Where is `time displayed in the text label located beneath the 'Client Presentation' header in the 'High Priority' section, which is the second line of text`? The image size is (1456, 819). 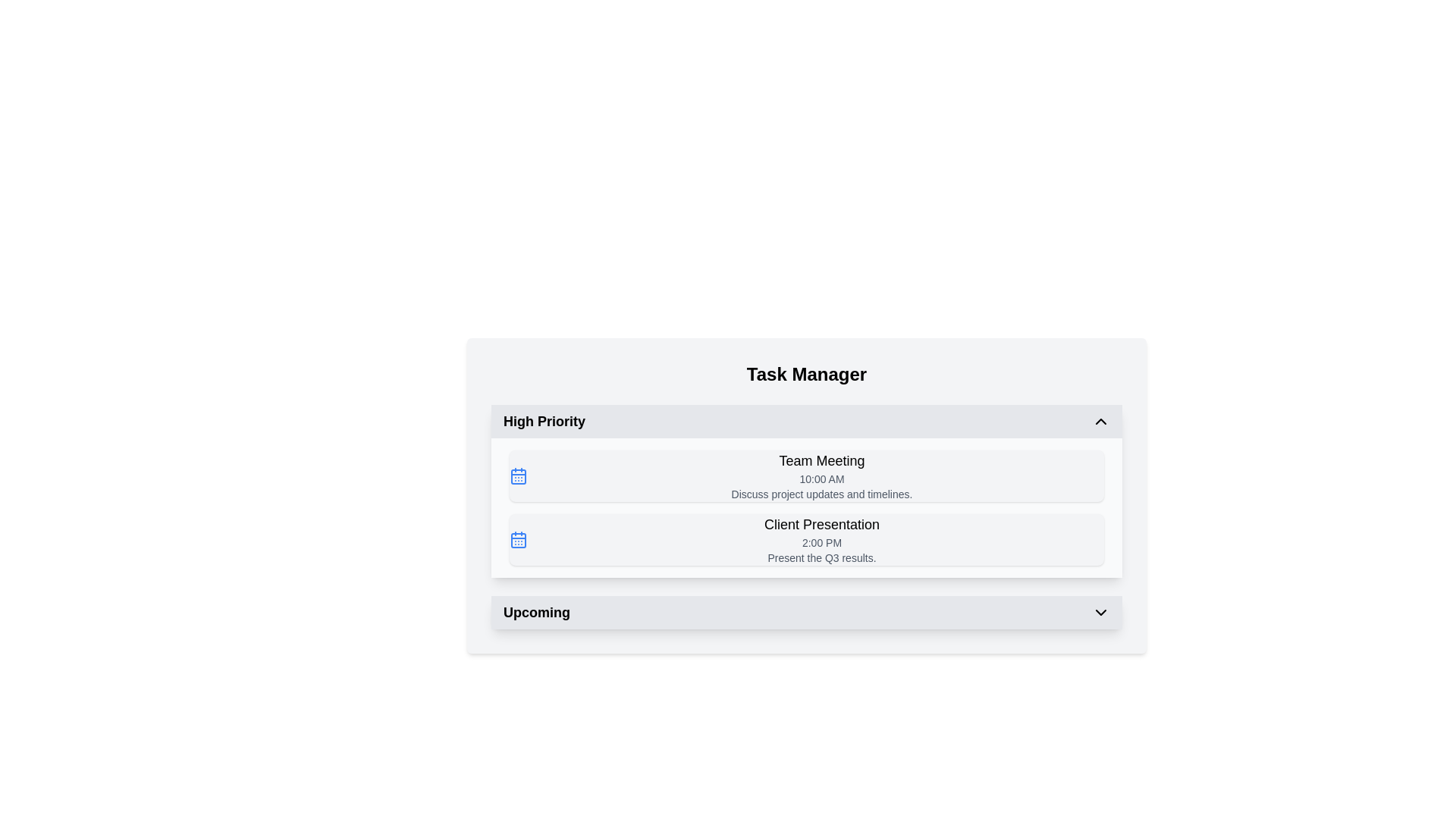 time displayed in the text label located beneath the 'Client Presentation' header in the 'High Priority' section, which is the second line of text is located at coordinates (821, 542).